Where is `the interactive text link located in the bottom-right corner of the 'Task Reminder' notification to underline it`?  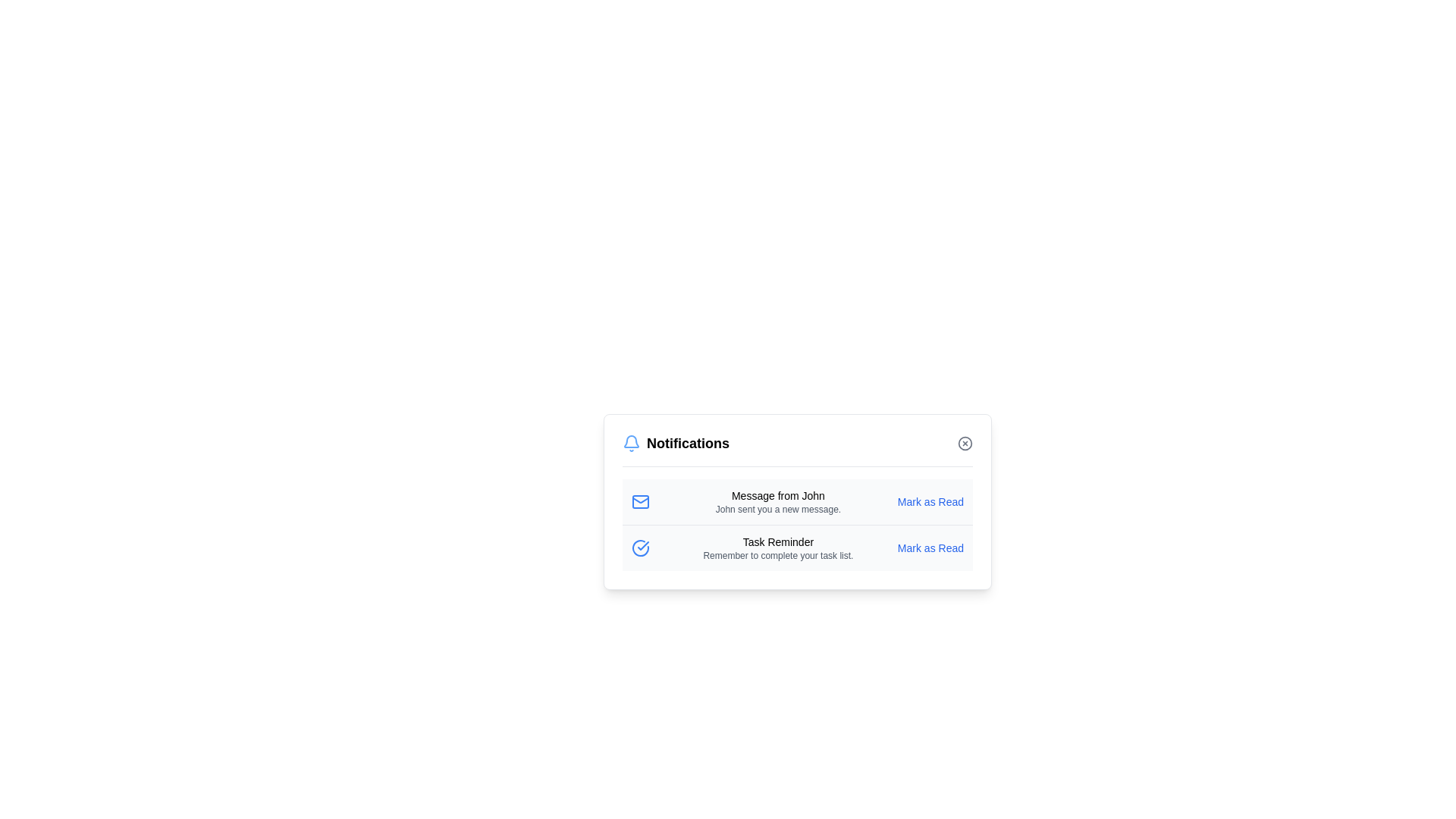 the interactive text link located in the bottom-right corner of the 'Task Reminder' notification to underline it is located at coordinates (930, 548).